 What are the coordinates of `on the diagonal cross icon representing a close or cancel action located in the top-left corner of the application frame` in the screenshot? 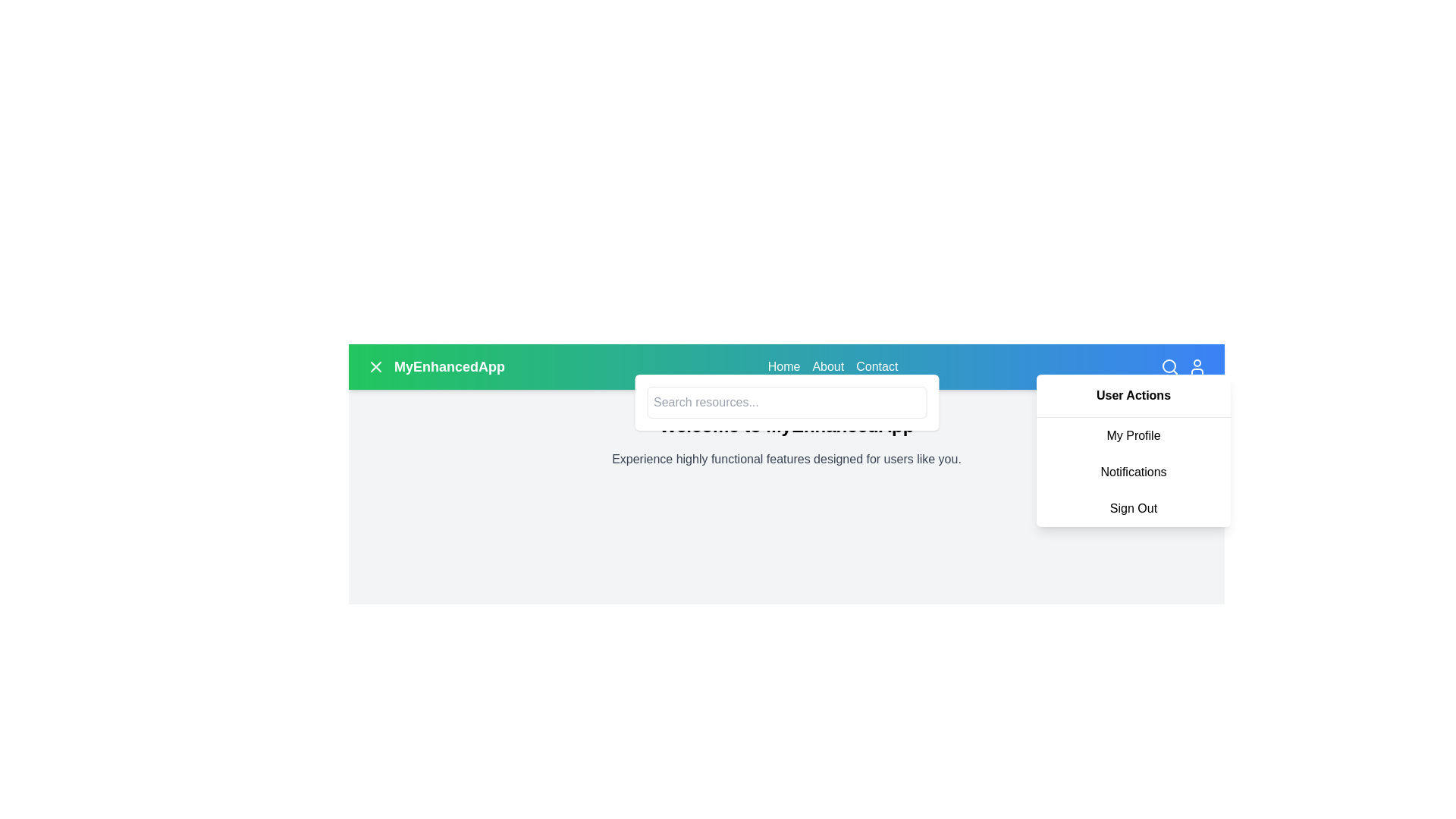 It's located at (375, 366).